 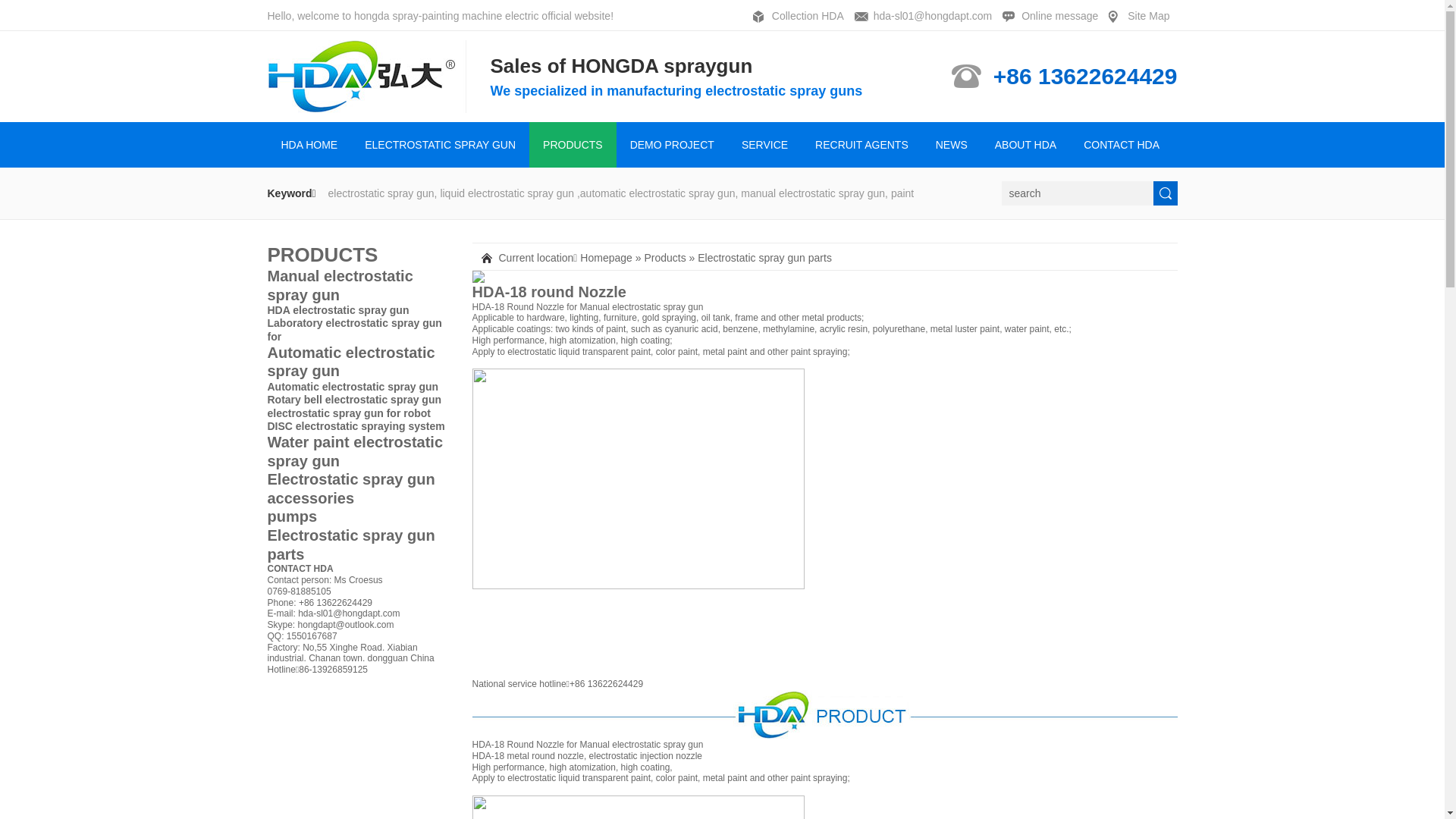 I want to click on 'Water paint electrostatic spray gun', so click(x=359, y=450).